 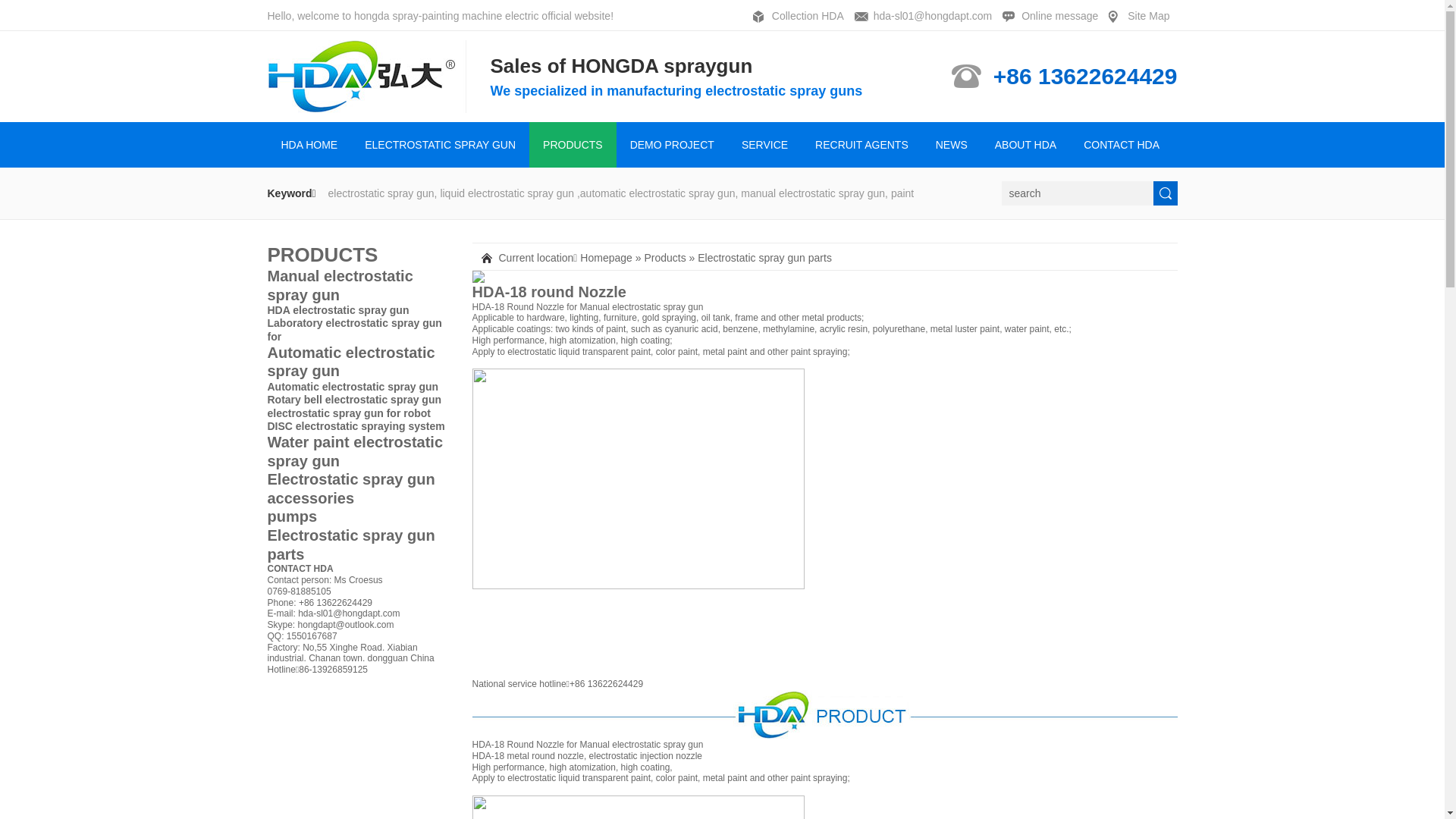 I want to click on 'Water paint electrostatic spray gun', so click(x=359, y=450).